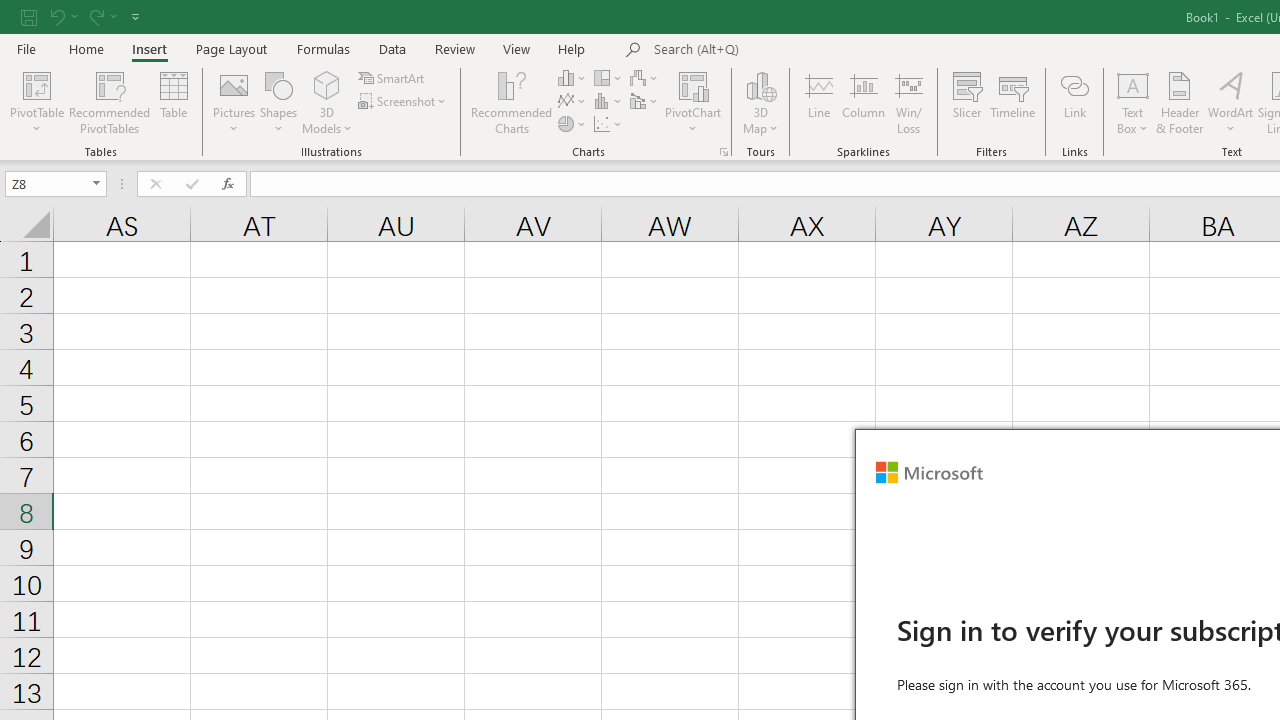 The image size is (1280, 720). I want to click on 'Quick Access Toolbar', so click(81, 16).